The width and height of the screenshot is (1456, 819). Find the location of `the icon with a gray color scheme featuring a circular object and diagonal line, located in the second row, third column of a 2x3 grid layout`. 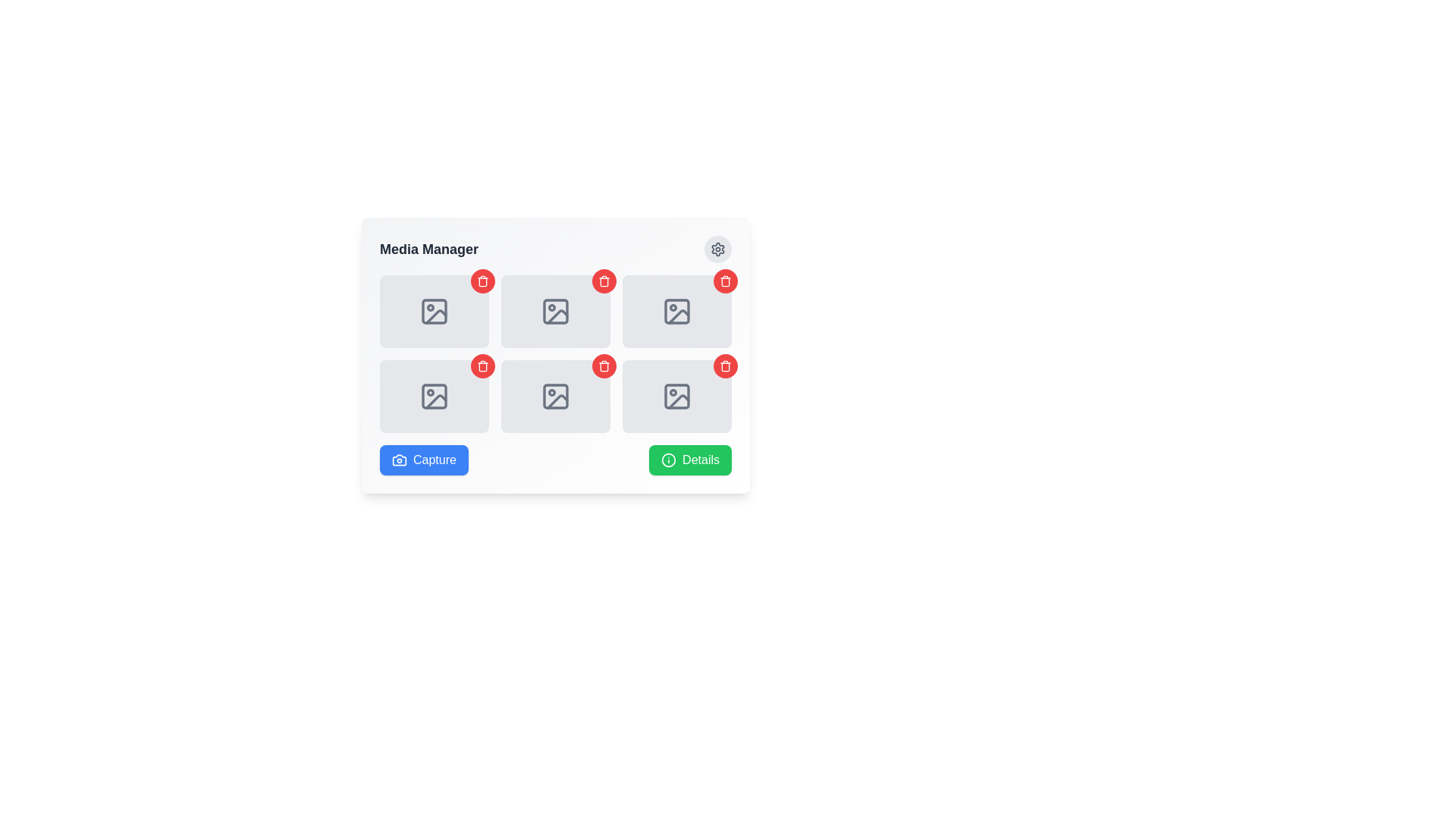

the icon with a gray color scheme featuring a circular object and diagonal line, located in the second row, third column of a 2x3 grid layout is located at coordinates (676, 311).